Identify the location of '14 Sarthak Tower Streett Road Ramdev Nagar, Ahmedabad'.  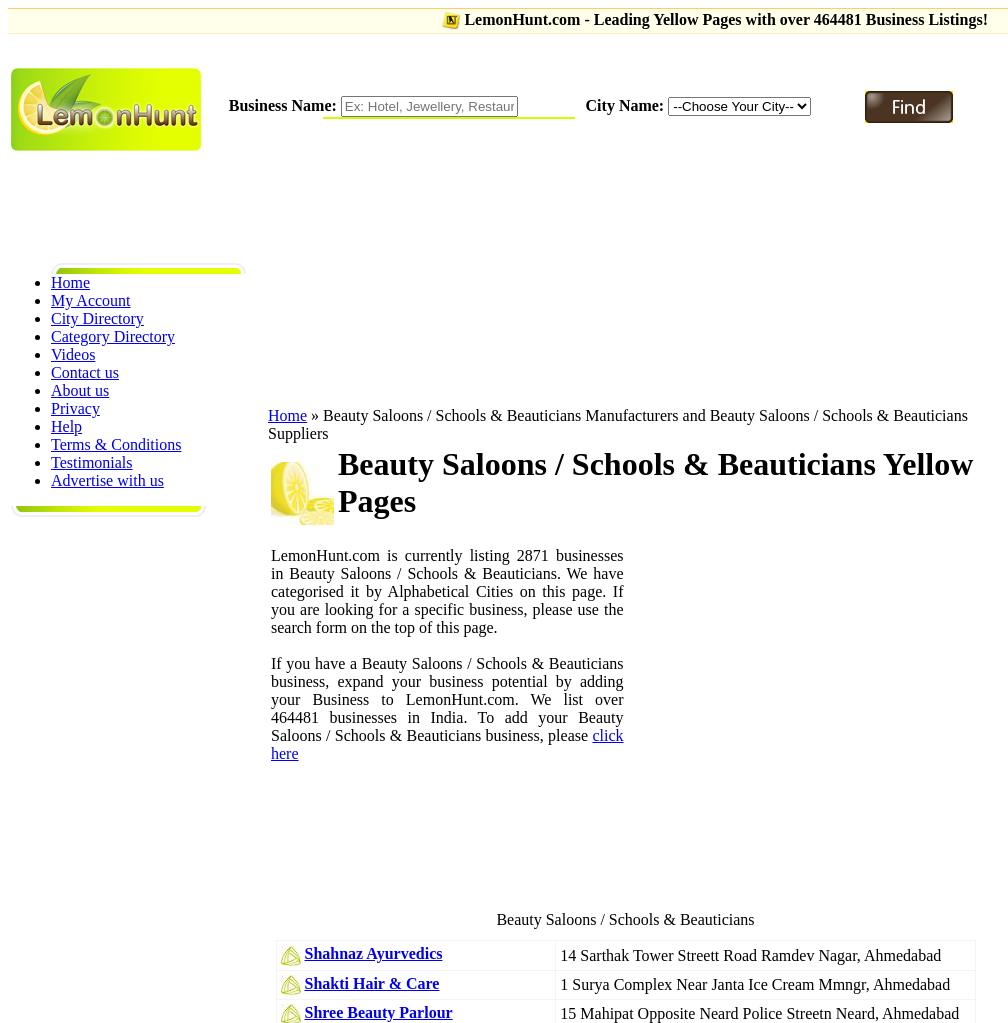
(750, 954).